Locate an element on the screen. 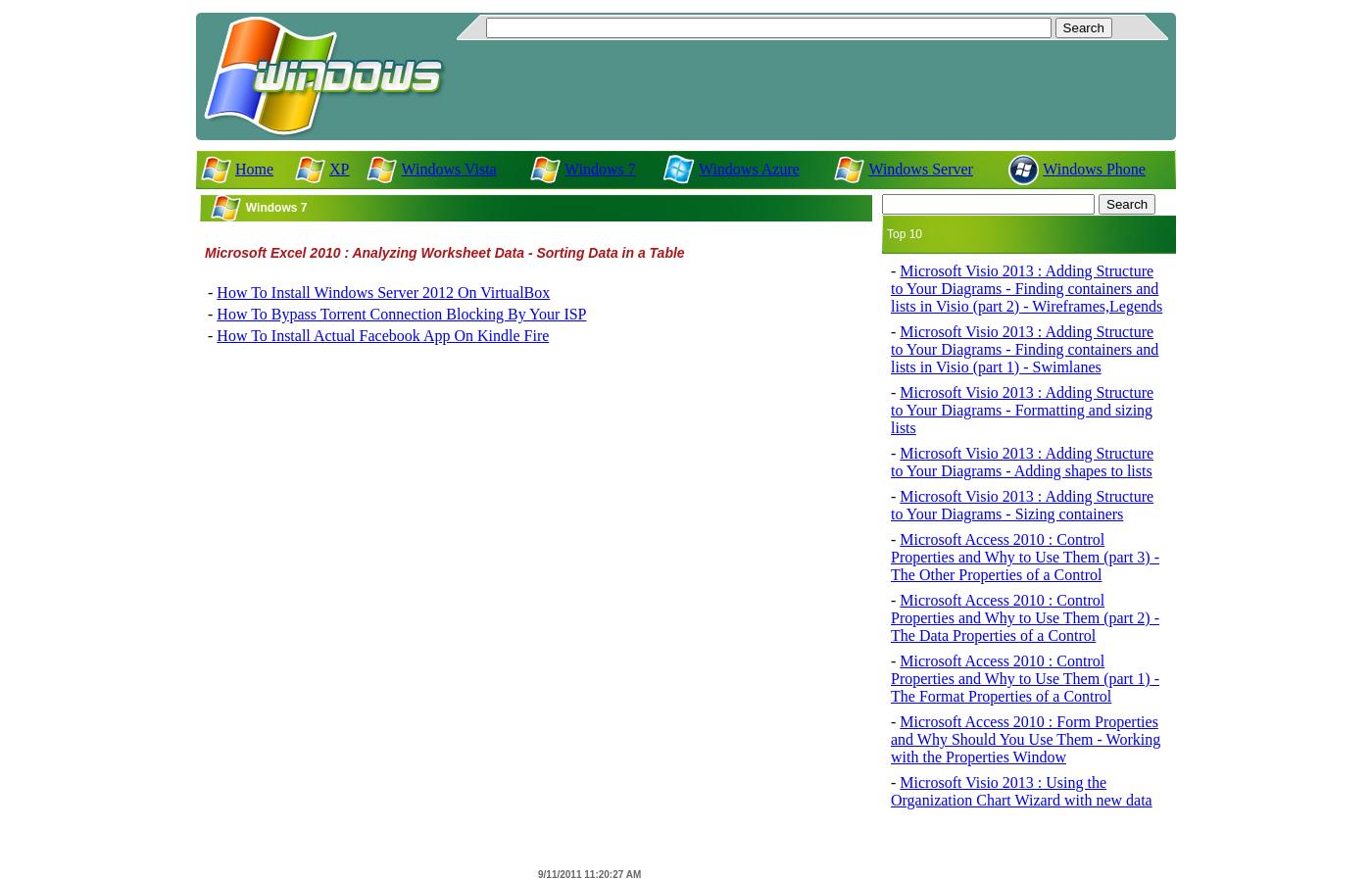  'Home' is located at coordinates (234, 168).